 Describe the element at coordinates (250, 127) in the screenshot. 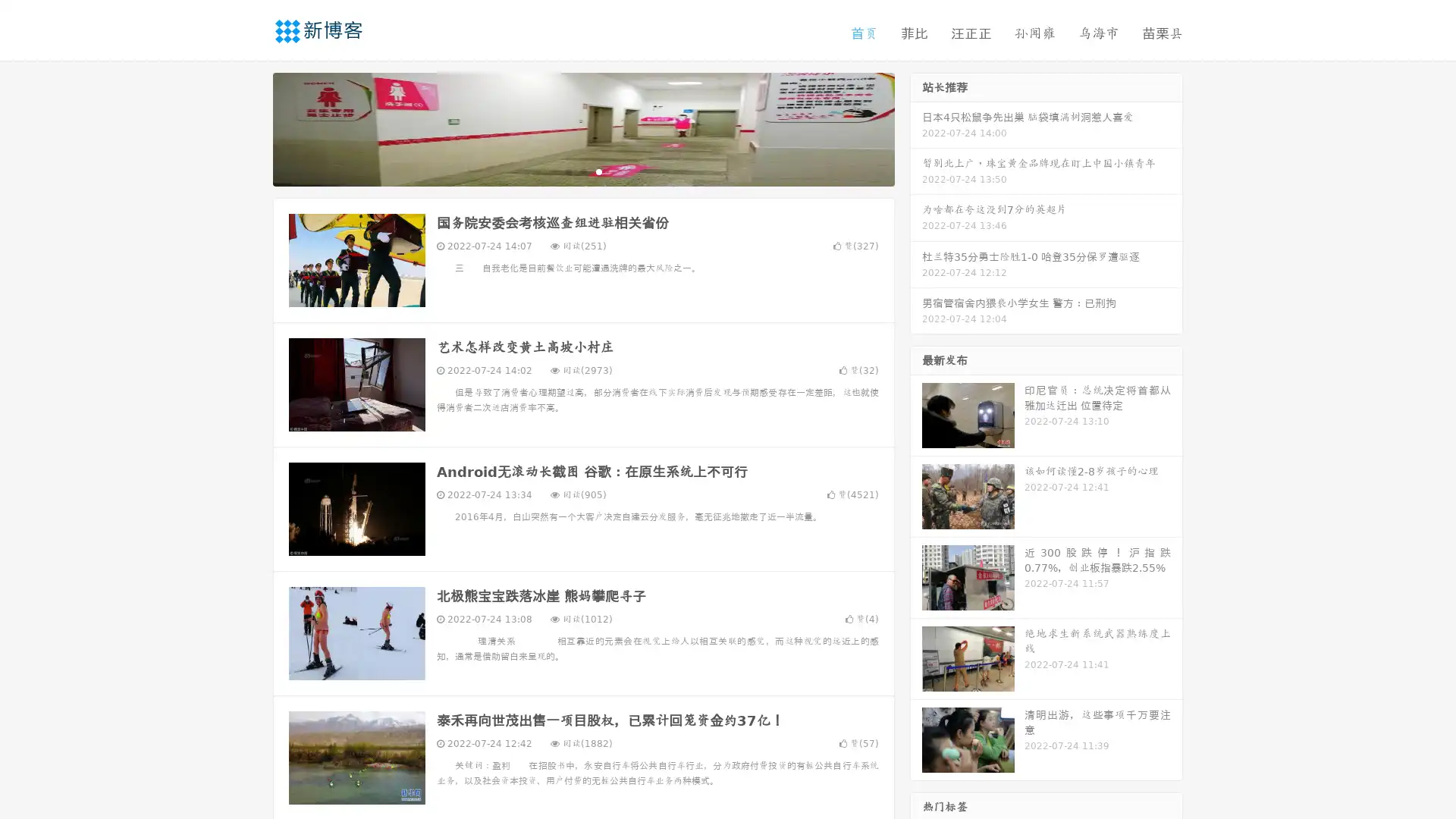

I see `Previous slide` at that location.